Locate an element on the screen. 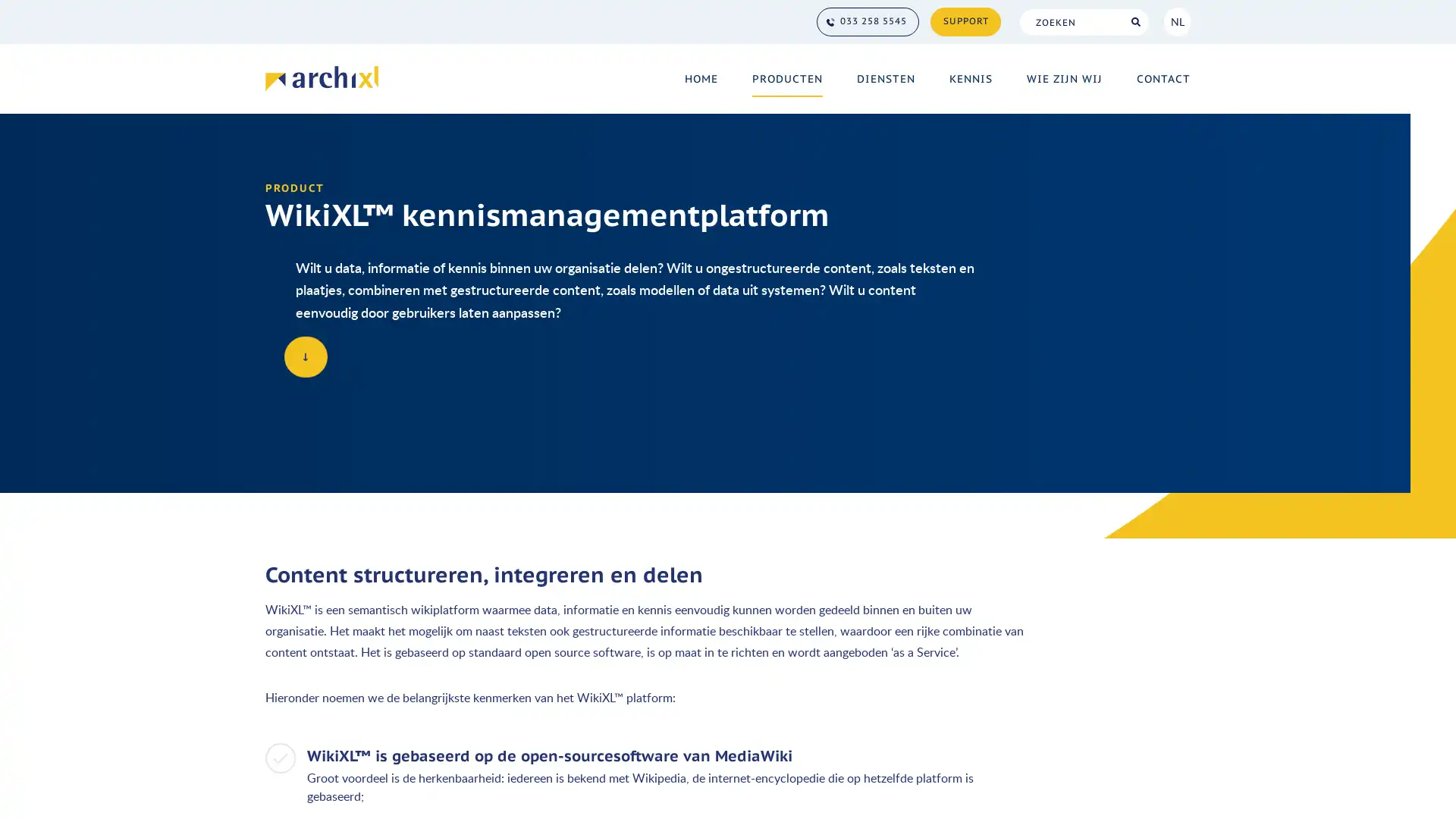 The image size is (1456, 819). Search is located at coordinates (1135, 21).